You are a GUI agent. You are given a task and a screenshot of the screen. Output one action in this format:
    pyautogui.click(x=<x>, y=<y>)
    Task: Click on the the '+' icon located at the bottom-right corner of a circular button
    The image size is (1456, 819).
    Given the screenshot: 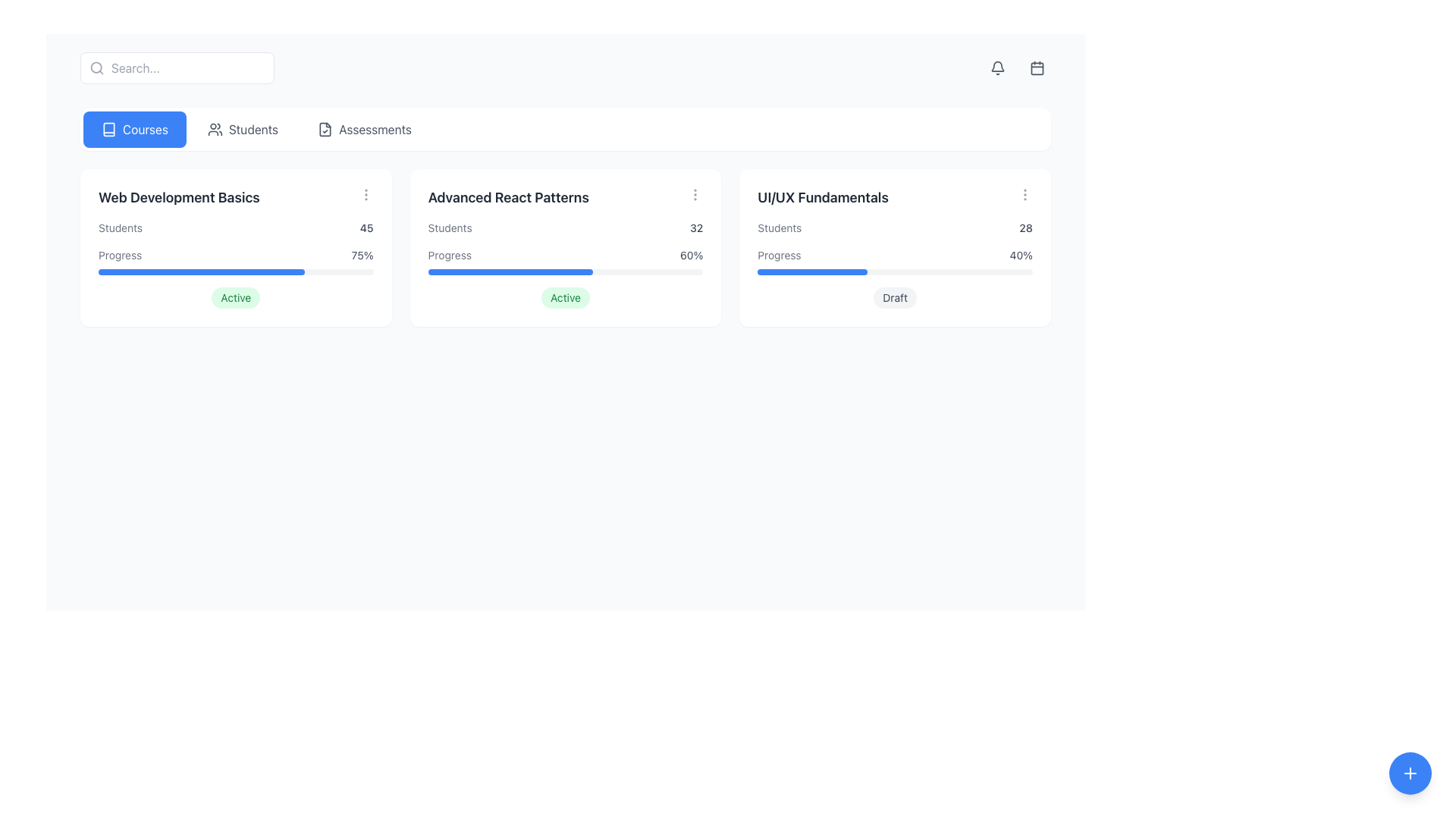 What is the action you would take?
    pyautogui.click(x=1410, y=773)
    